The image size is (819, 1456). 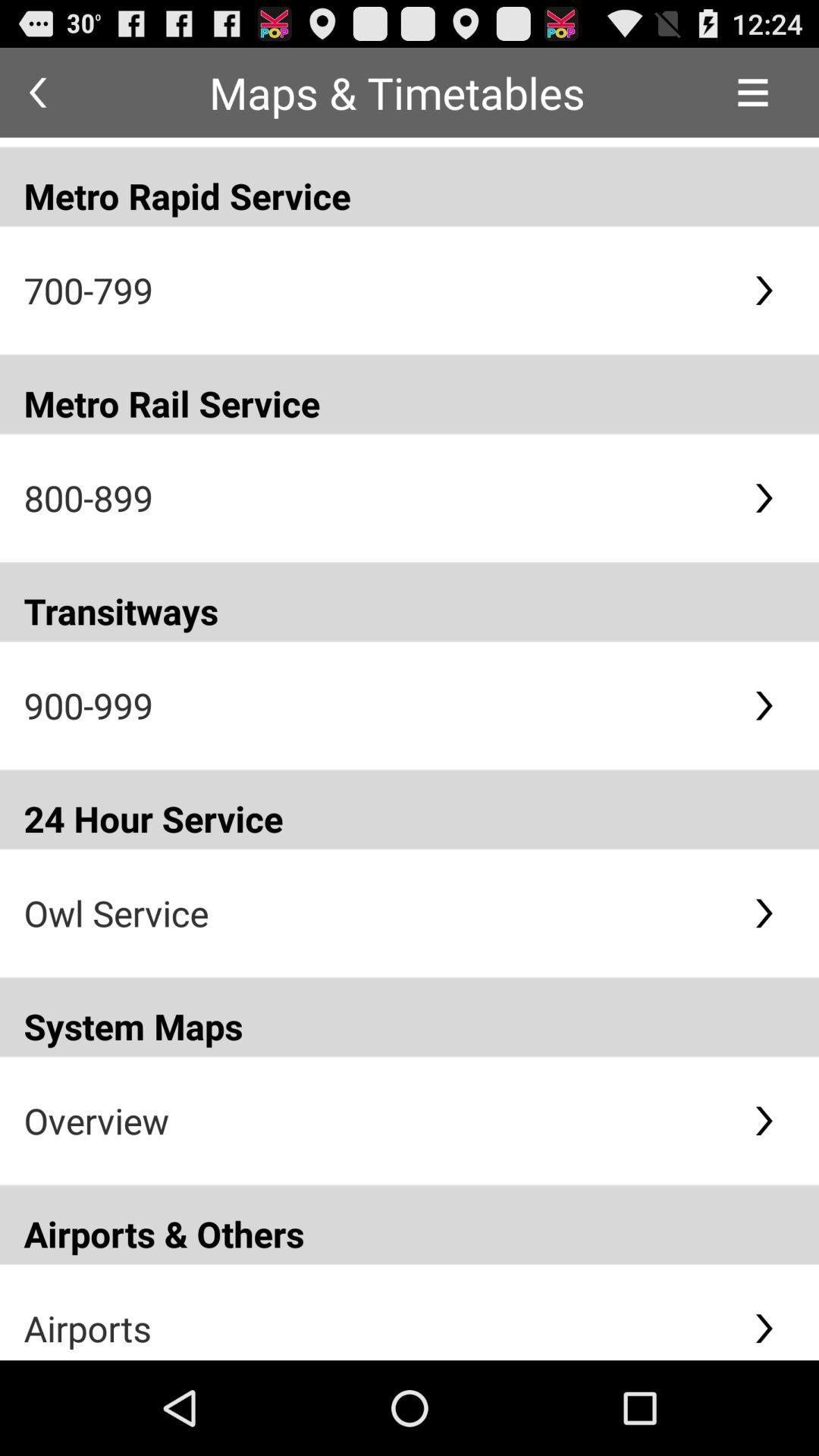 I want to click on the transitways item, so click(x=409, y=601).